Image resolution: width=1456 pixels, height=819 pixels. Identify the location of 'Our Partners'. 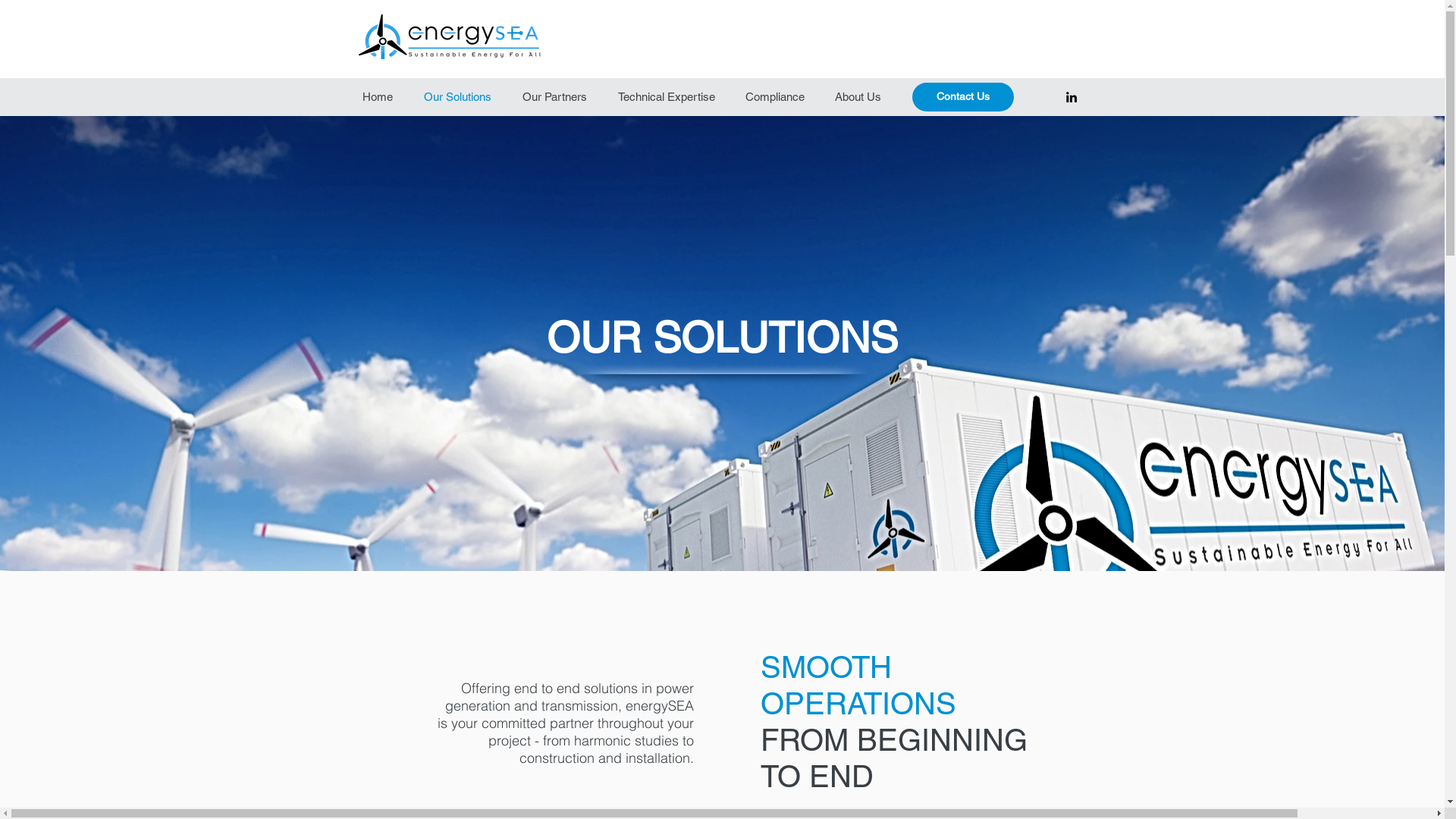
(510, 96).